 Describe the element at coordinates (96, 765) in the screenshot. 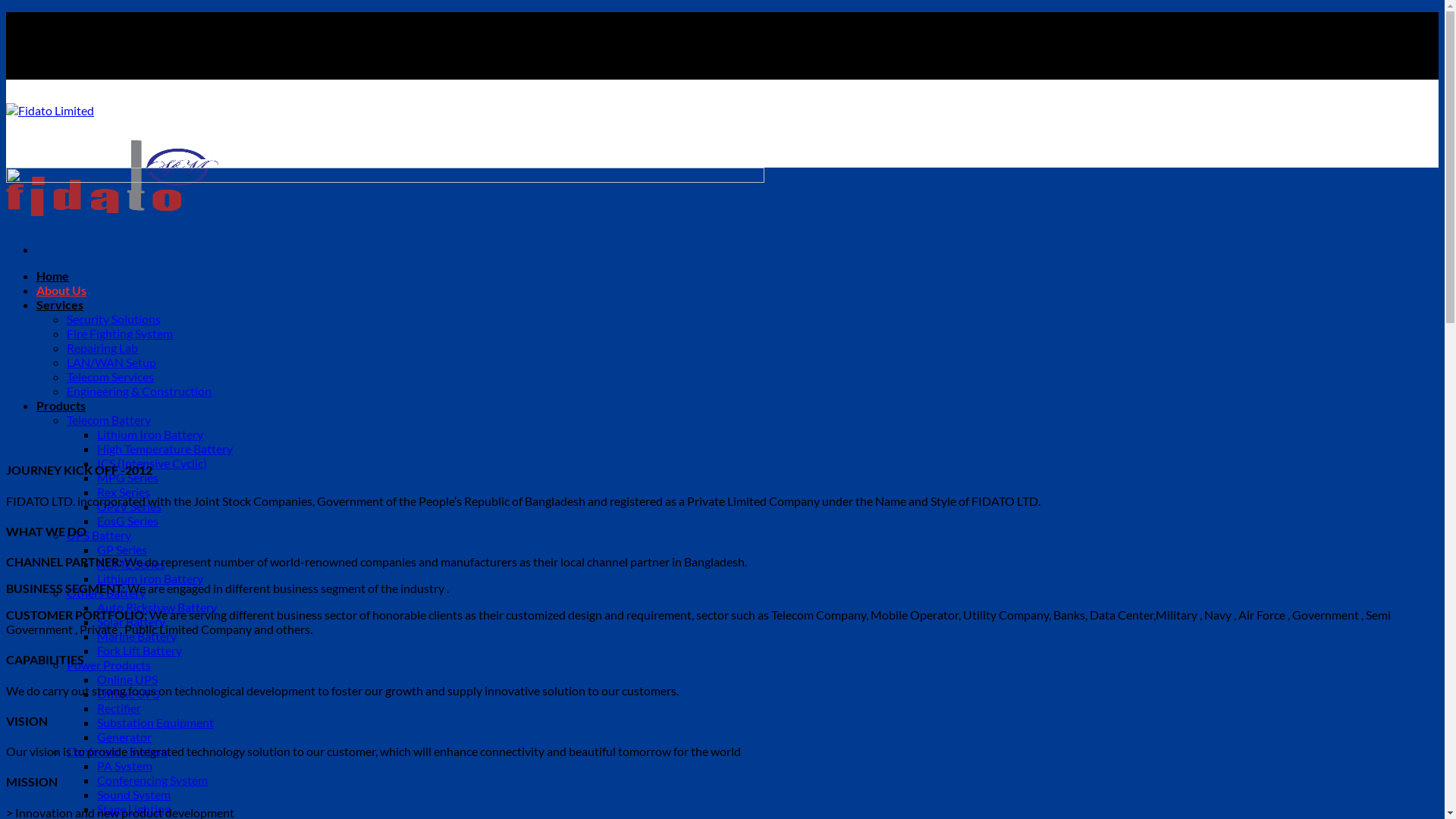

I see `'PA System'` at that location.